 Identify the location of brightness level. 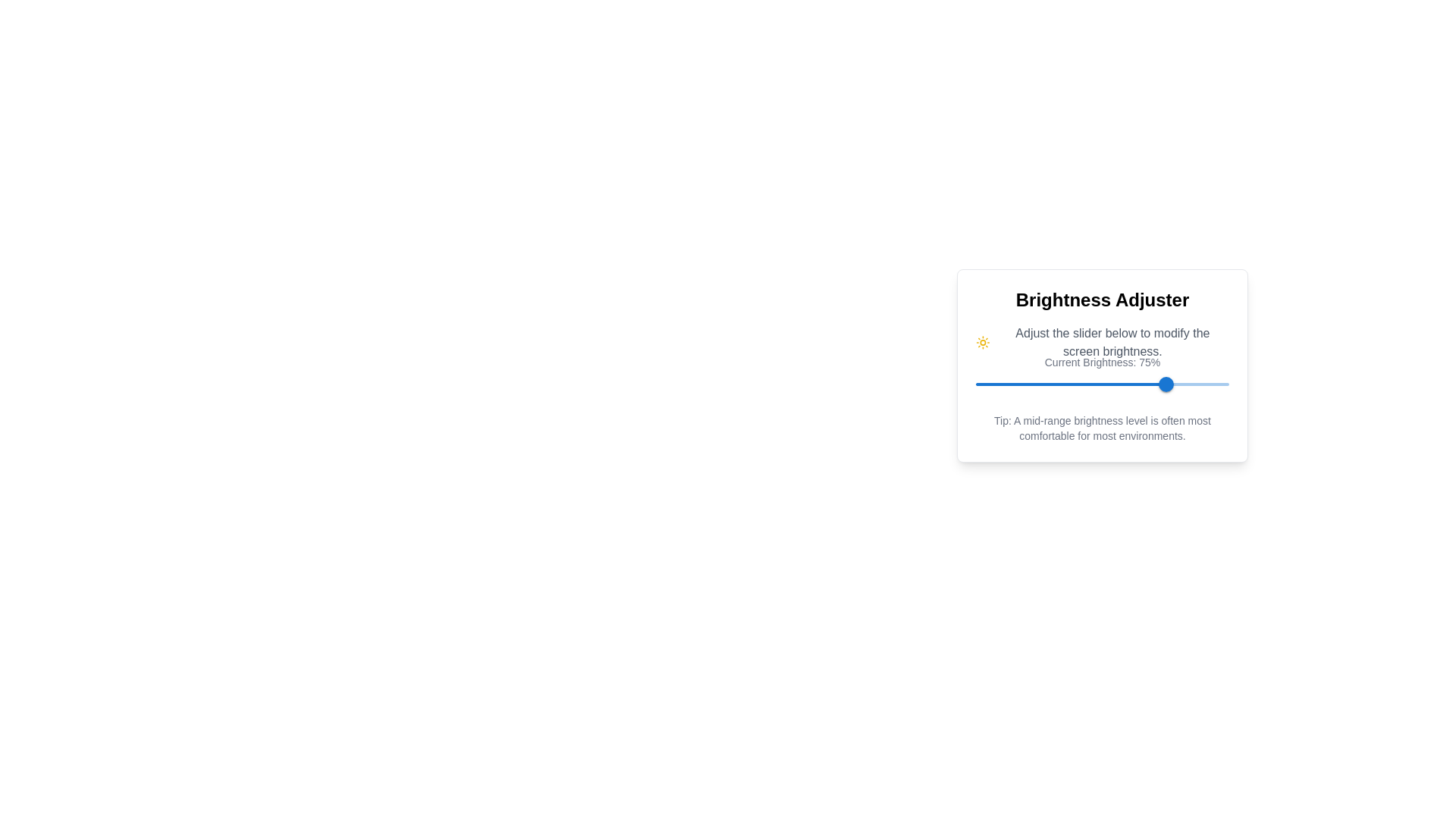
(1021, 383).